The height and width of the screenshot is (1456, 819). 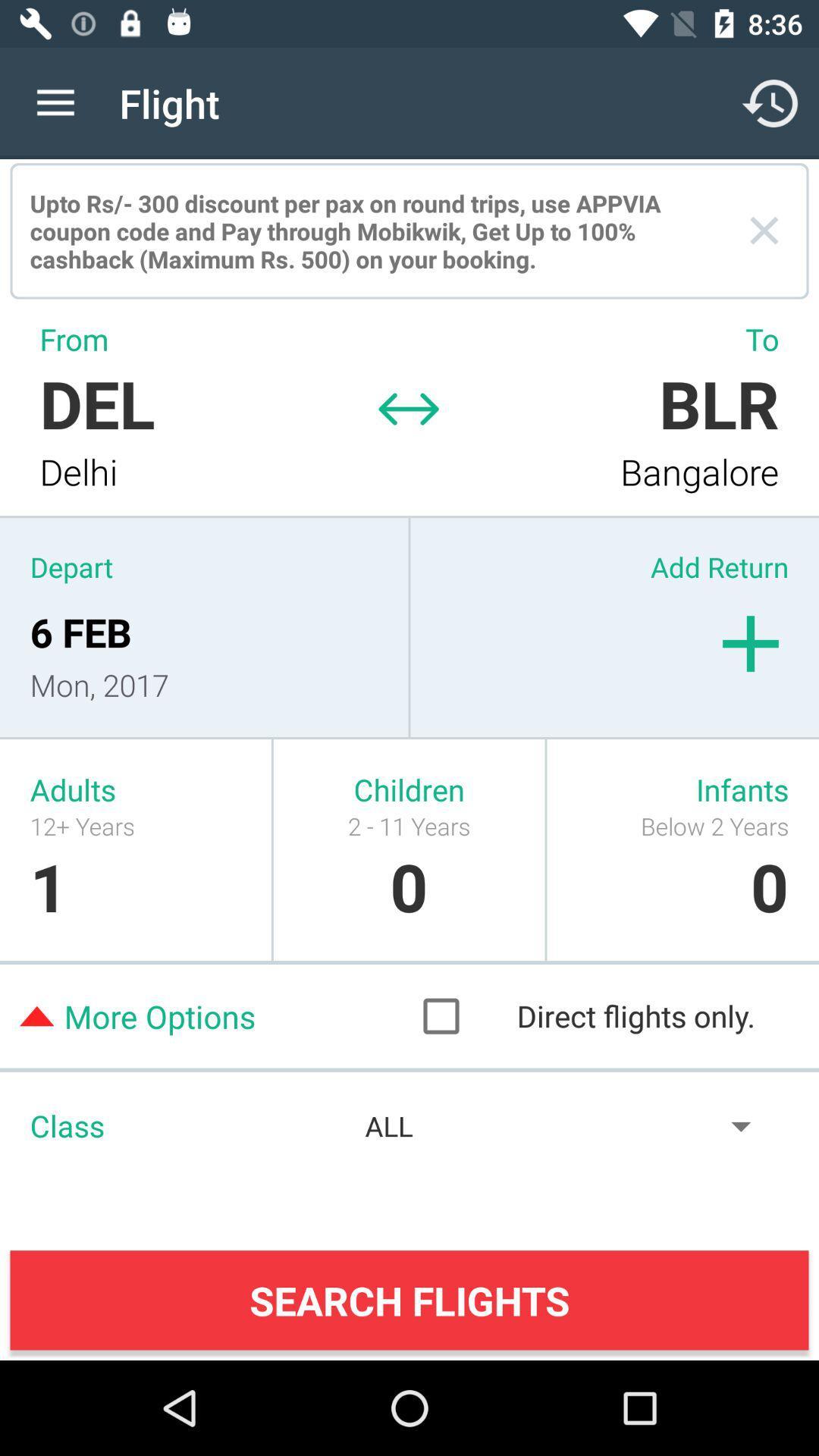 I want to click on the add icon, so click(x=751, y=644).